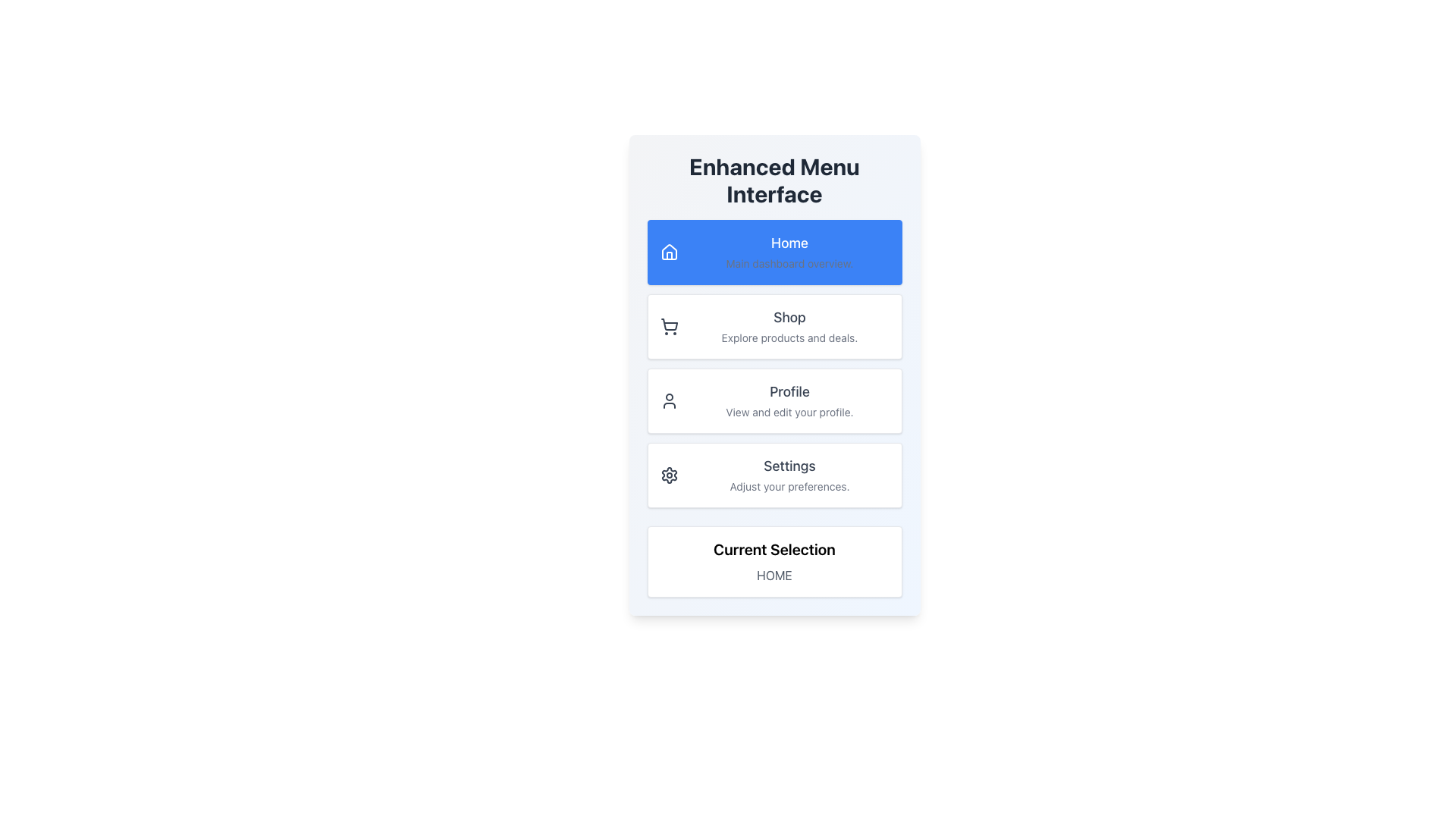  Describe the element at coordinates (668, 475) in the screenshot. I see `the 'Settings' icon located to the left of the text 'Settings' in the vertical menu list for interaction` at that location.